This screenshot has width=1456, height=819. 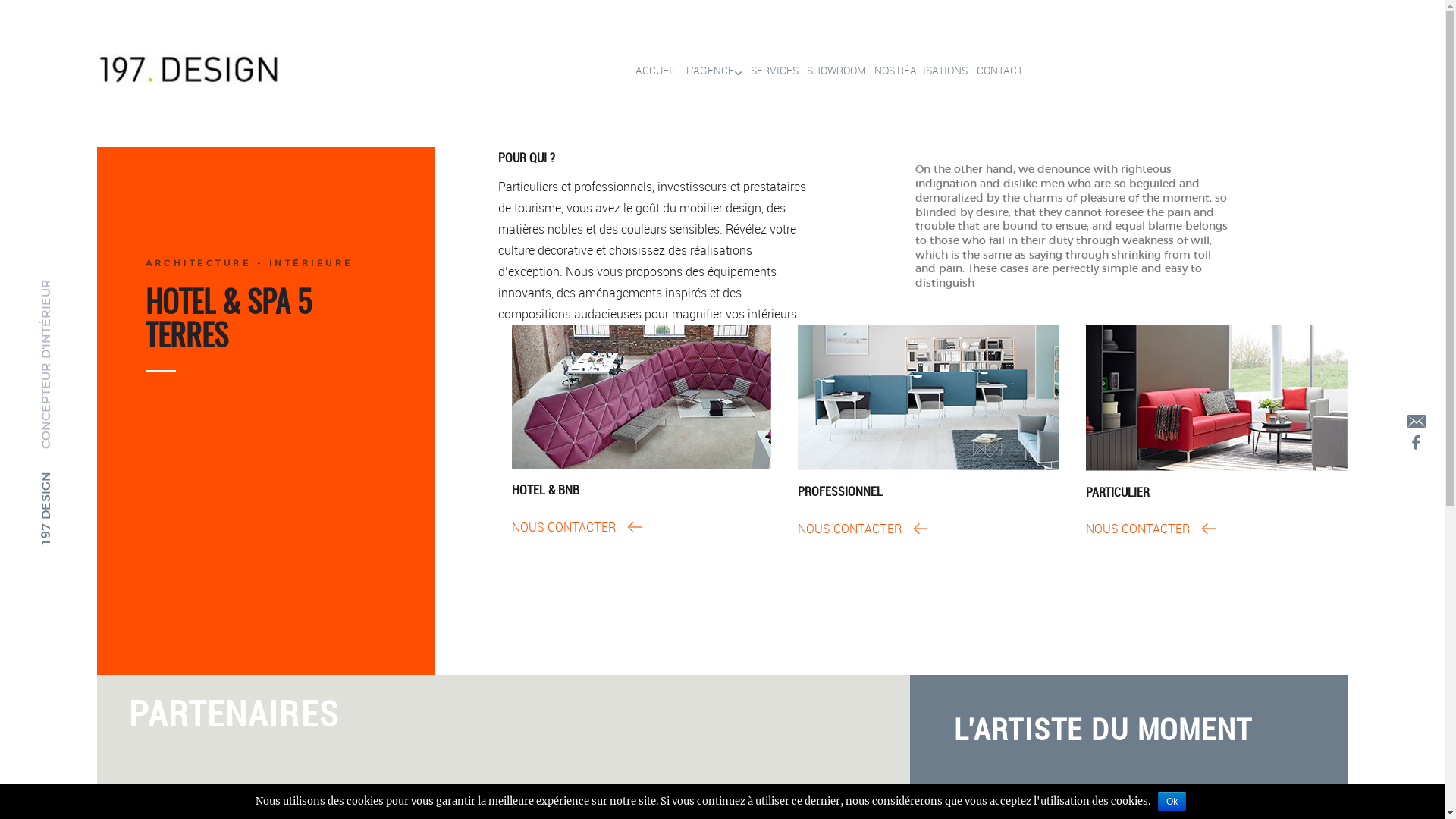 What do you see at coordinates (1415, 420) in the screenshot?
I see `'contact 197.design'` at bounding box center [1415, 420].